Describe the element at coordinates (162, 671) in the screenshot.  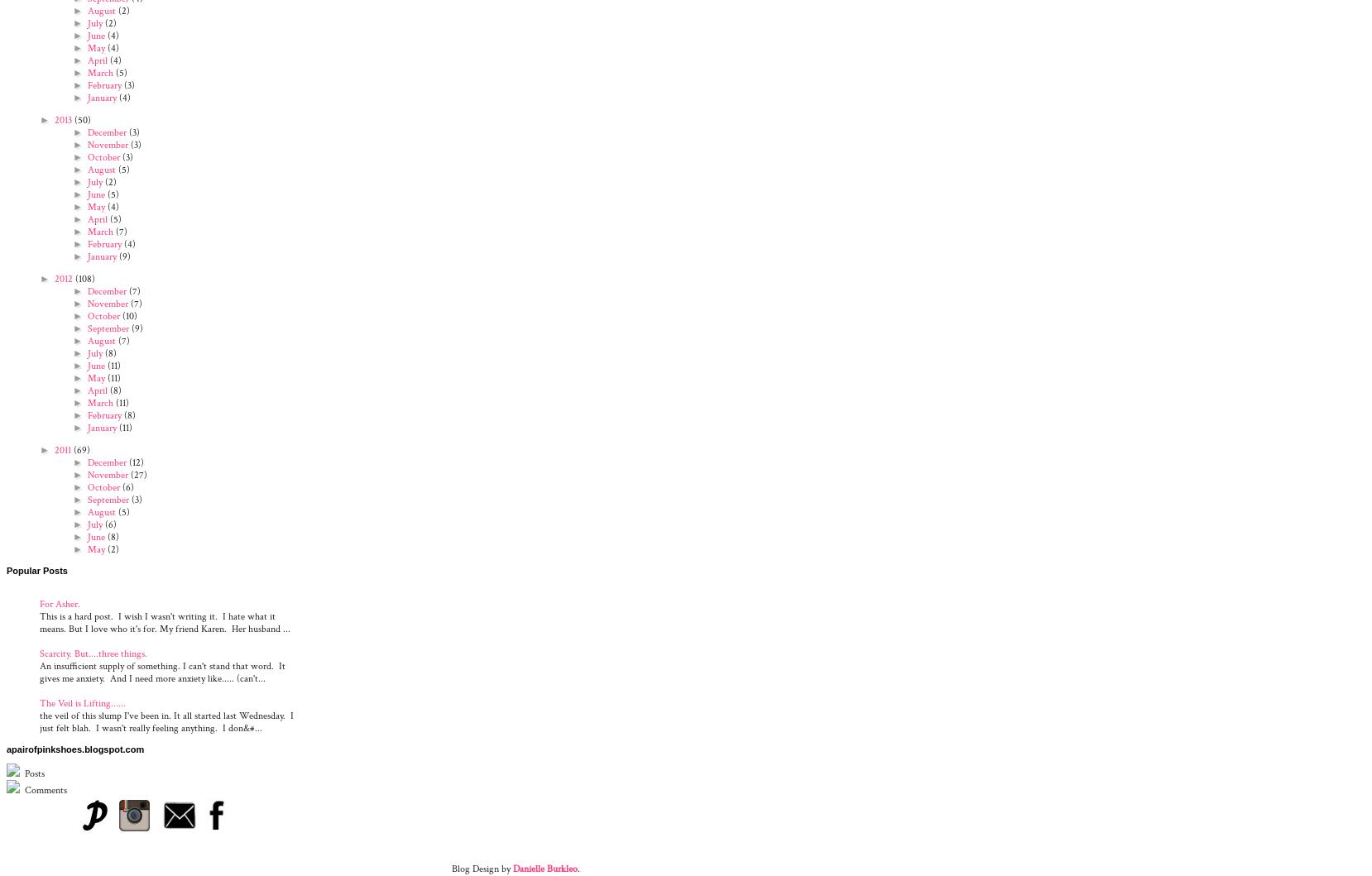
I see `'An insufficient supply of something.      I can't stand that word.  It gives me anxiety.  And I need more anxiety like.....   (can't...'` at that location.